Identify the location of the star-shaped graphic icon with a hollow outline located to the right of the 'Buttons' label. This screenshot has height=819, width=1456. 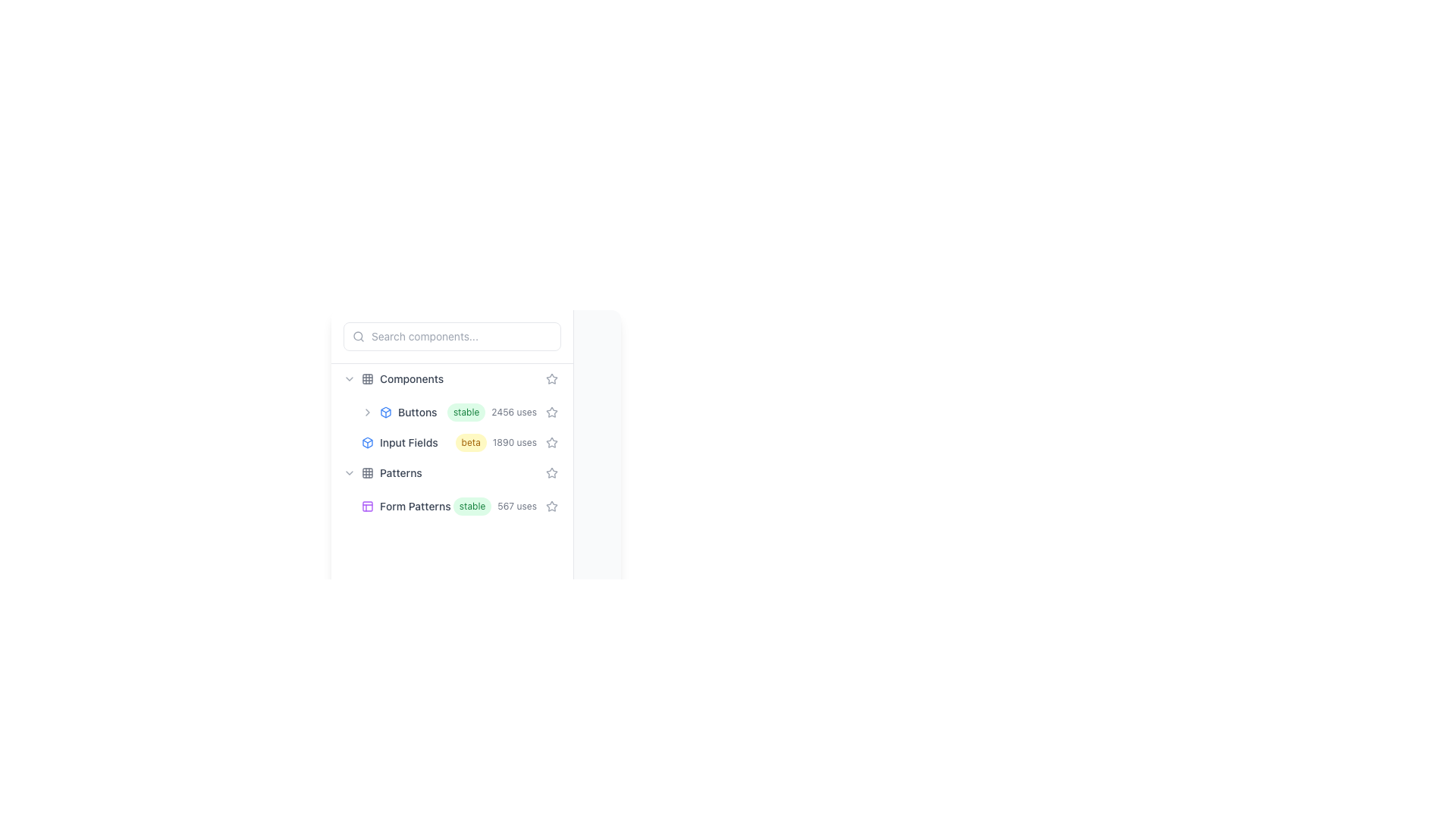
(551, 412).